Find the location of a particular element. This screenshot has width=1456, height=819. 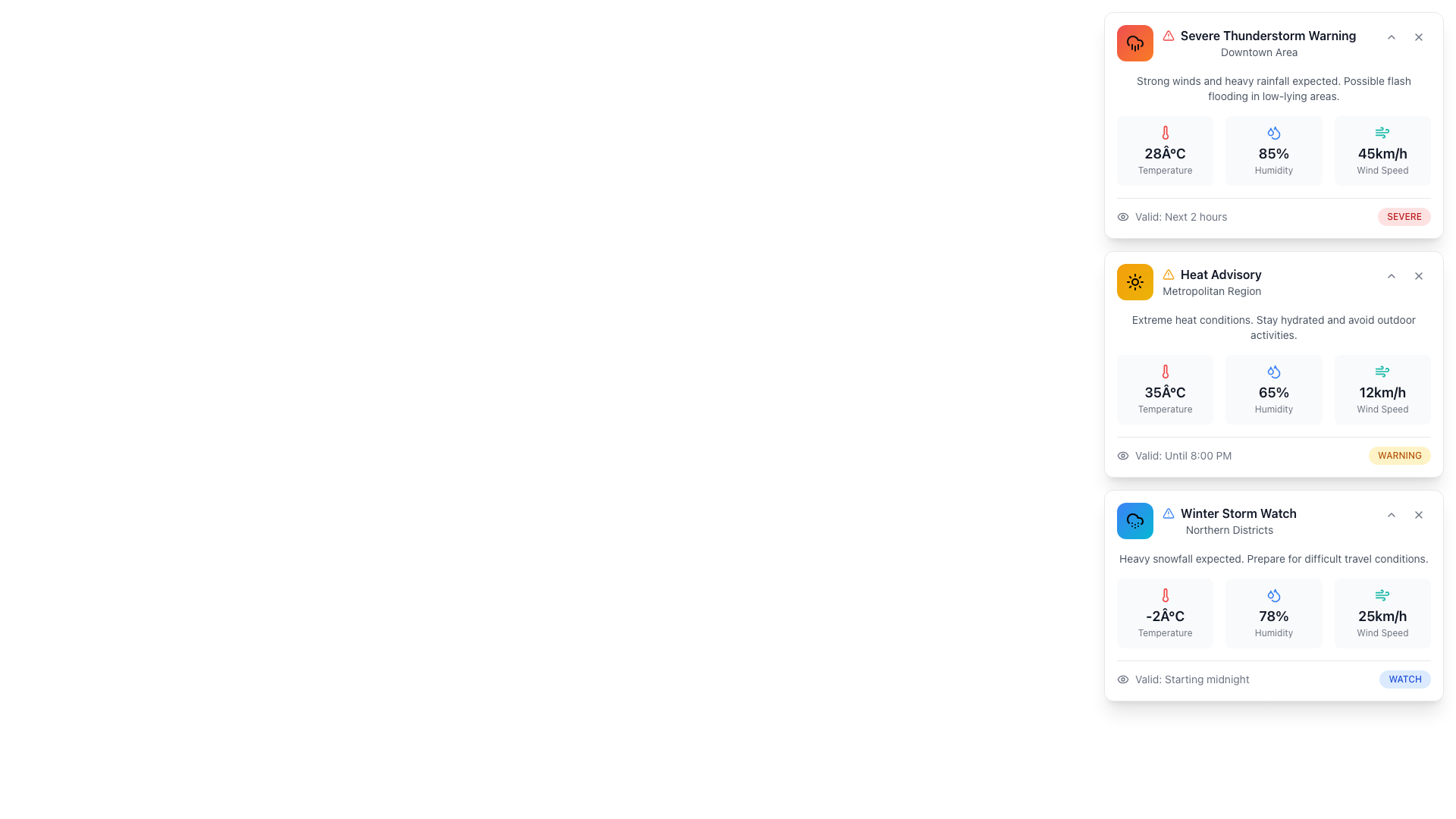

the leftmost temperature display card is located at coordinates (1164, 151).